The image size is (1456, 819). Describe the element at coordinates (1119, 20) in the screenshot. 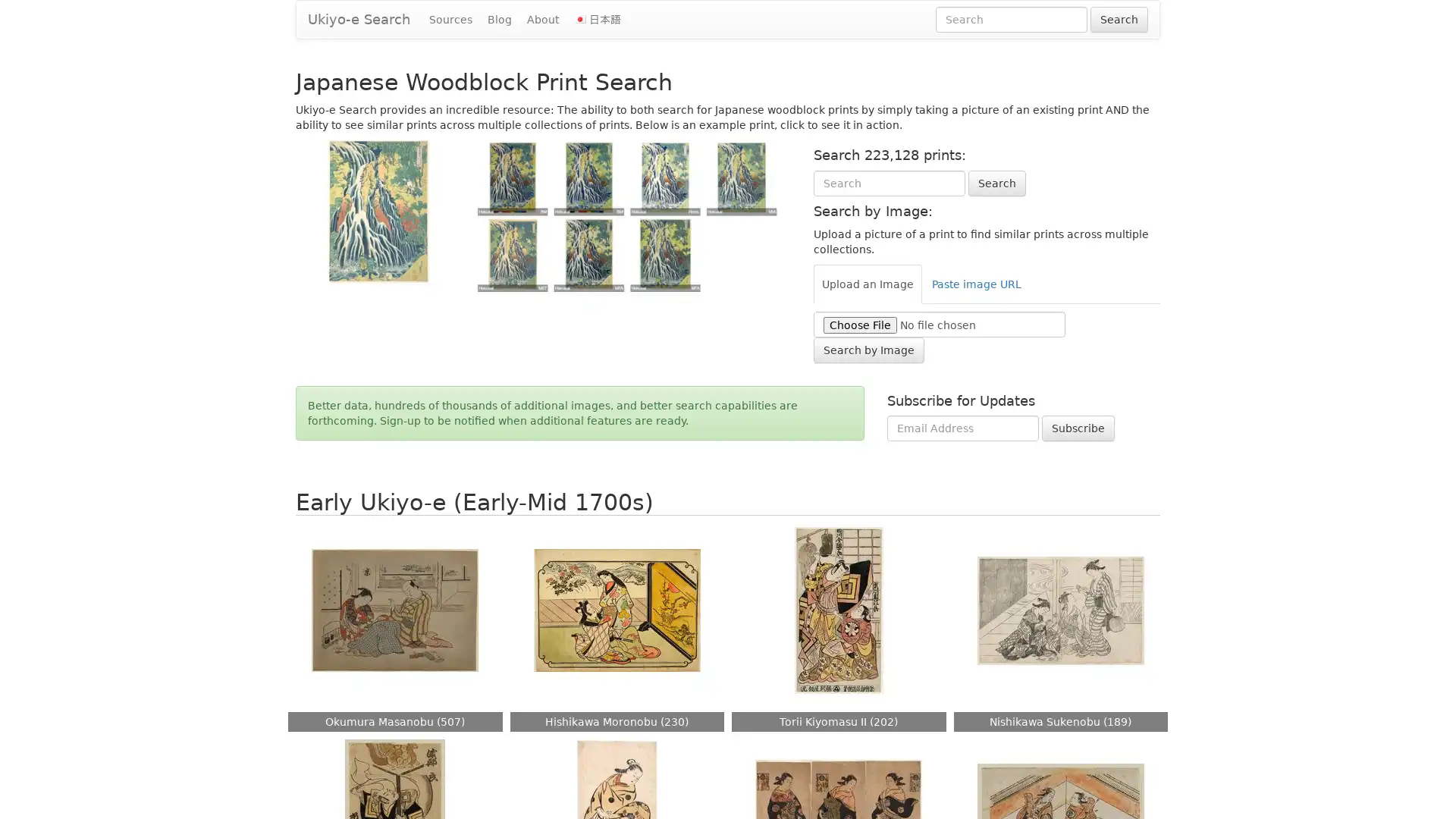

I see `Search` at that location.